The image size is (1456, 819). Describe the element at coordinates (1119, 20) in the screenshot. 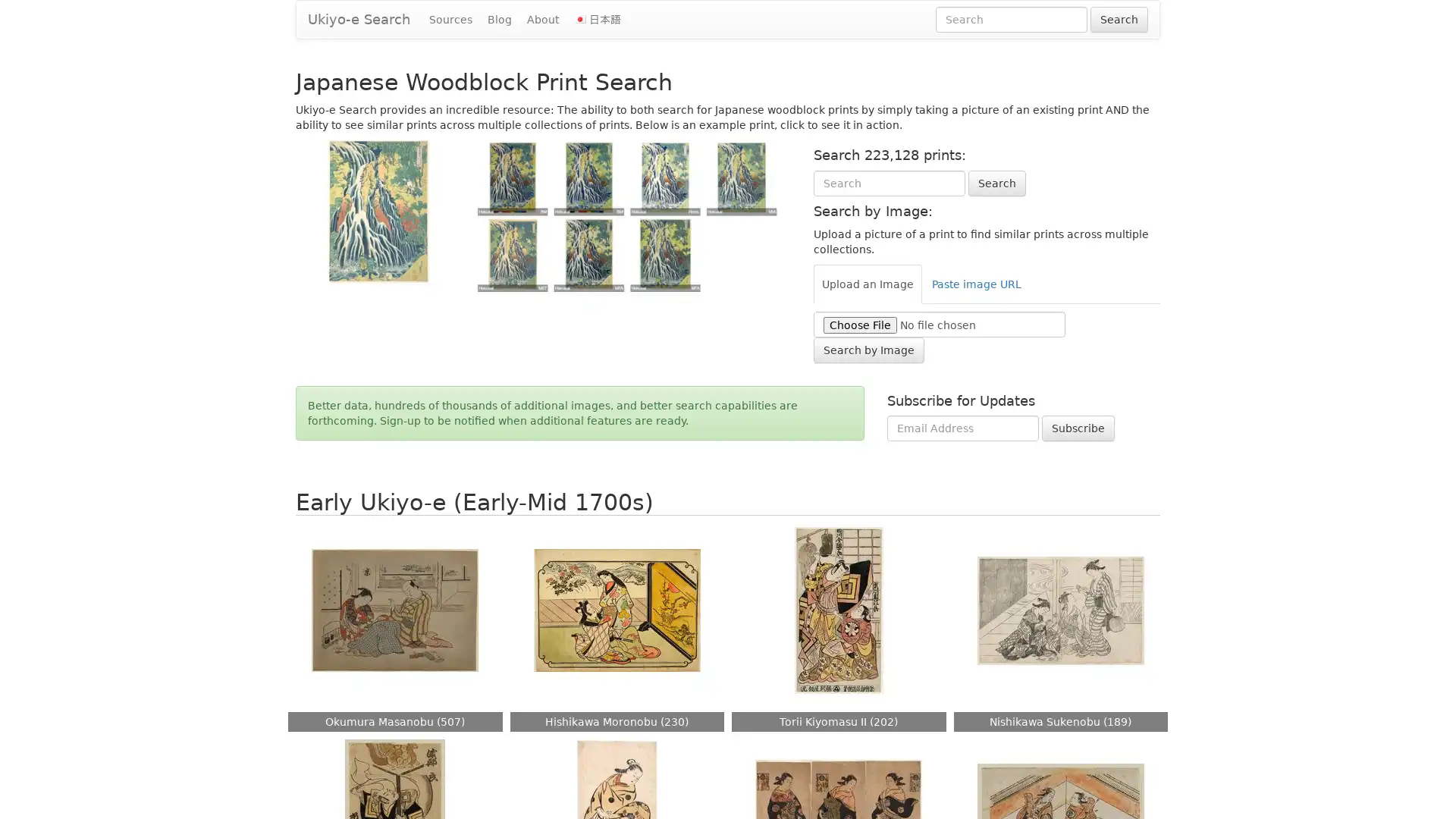

I see `Search` at that location.